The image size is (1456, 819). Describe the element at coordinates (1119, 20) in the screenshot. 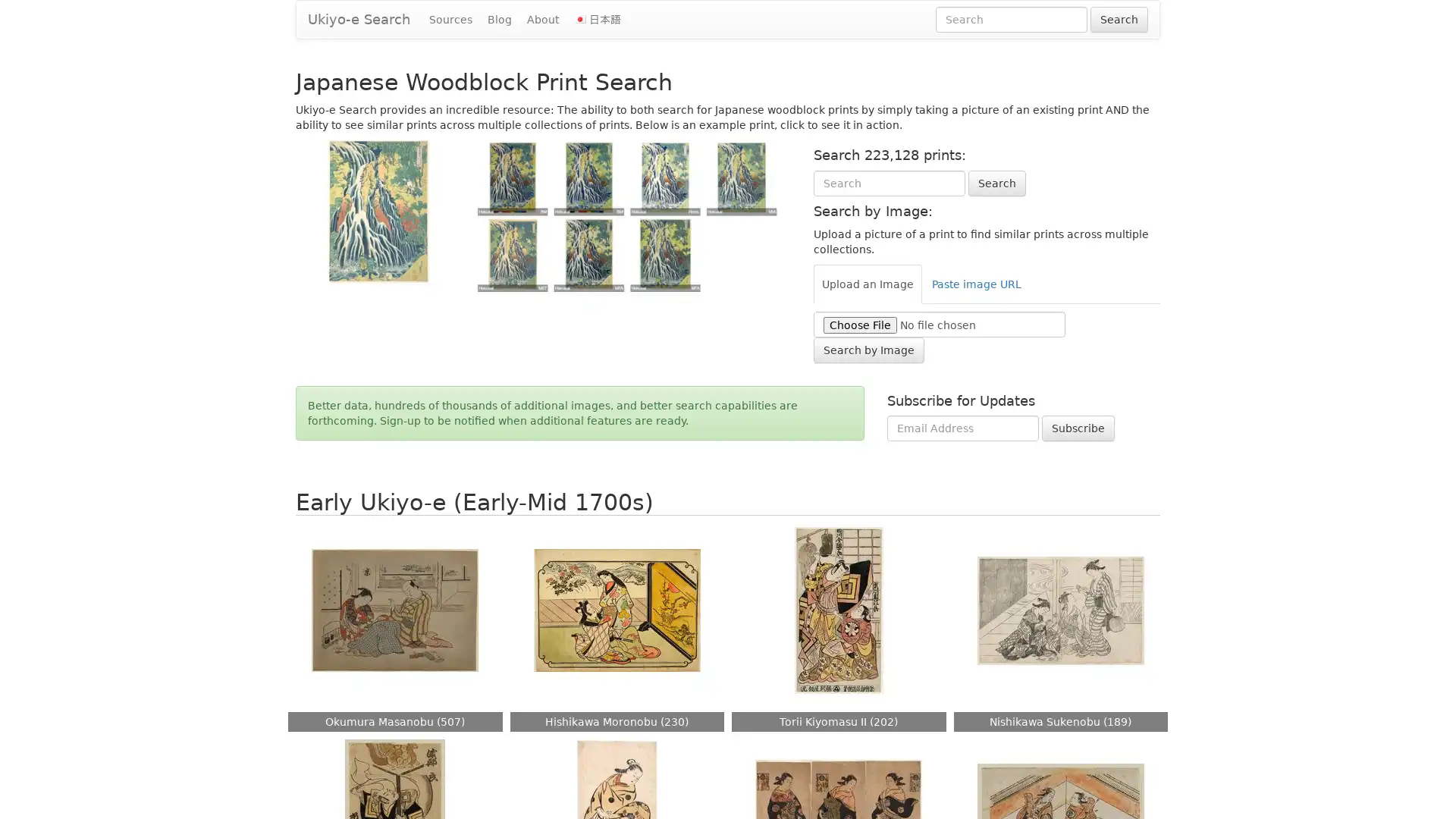

I see `Search` at that location.